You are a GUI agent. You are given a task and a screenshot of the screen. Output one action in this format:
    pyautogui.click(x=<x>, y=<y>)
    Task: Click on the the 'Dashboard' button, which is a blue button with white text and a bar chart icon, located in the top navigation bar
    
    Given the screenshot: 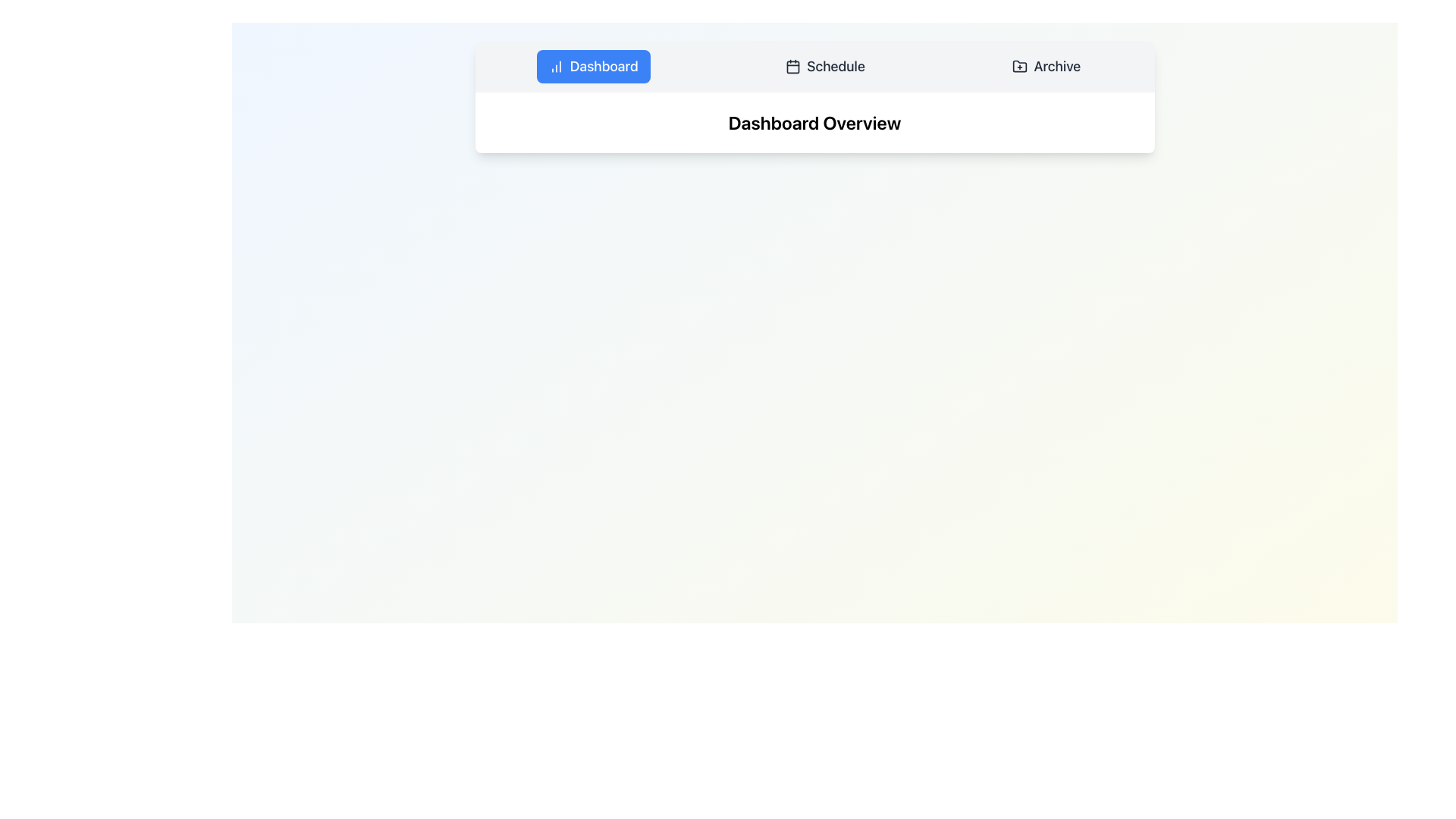 What is the action you would take?
    pyautogui.click(x=592, y=66)
    